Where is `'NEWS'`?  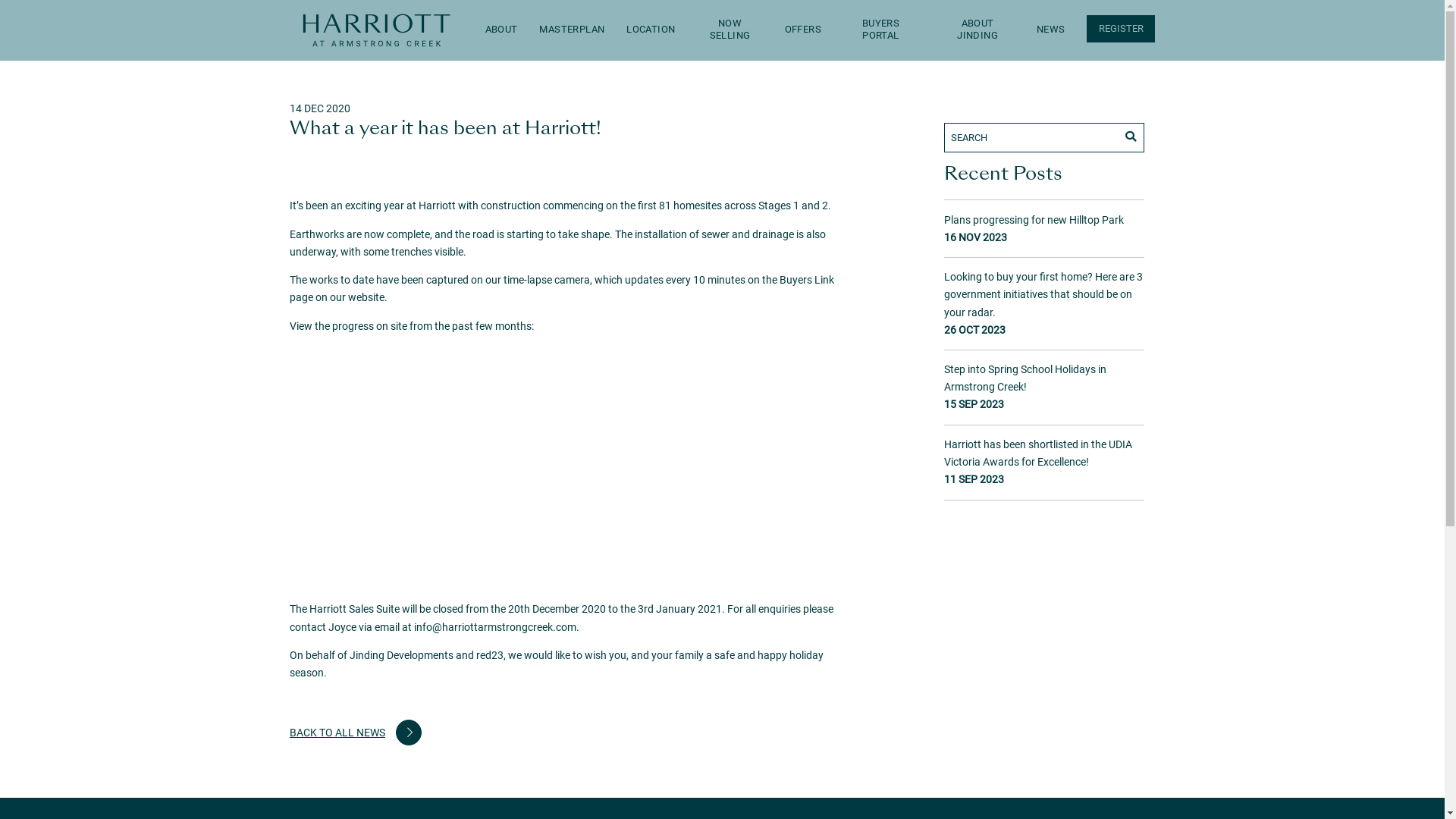
'NEWS' is located at coordinates (1050, 30).